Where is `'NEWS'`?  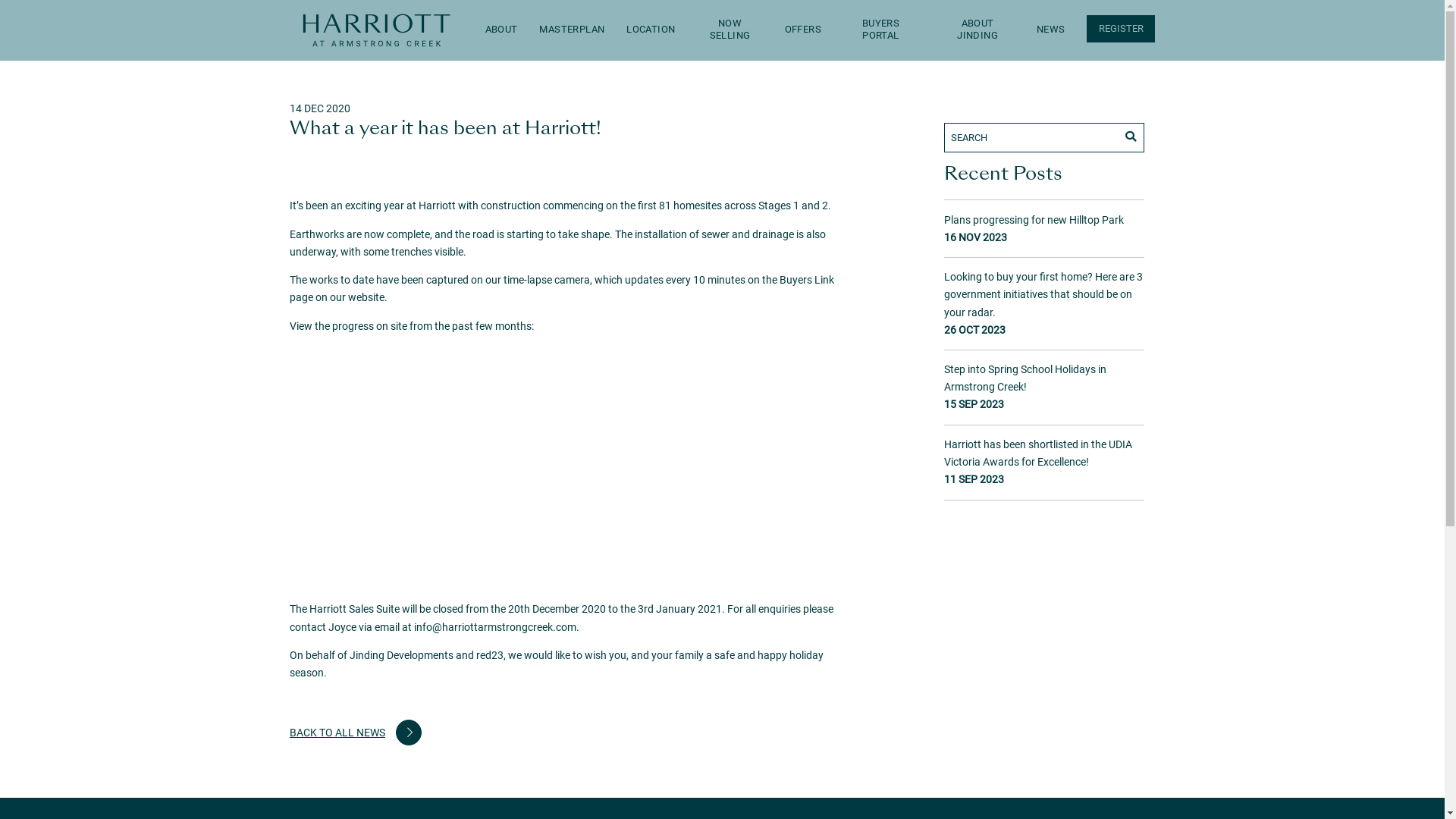
'NEWS' is located at coordinates (1050, 30).